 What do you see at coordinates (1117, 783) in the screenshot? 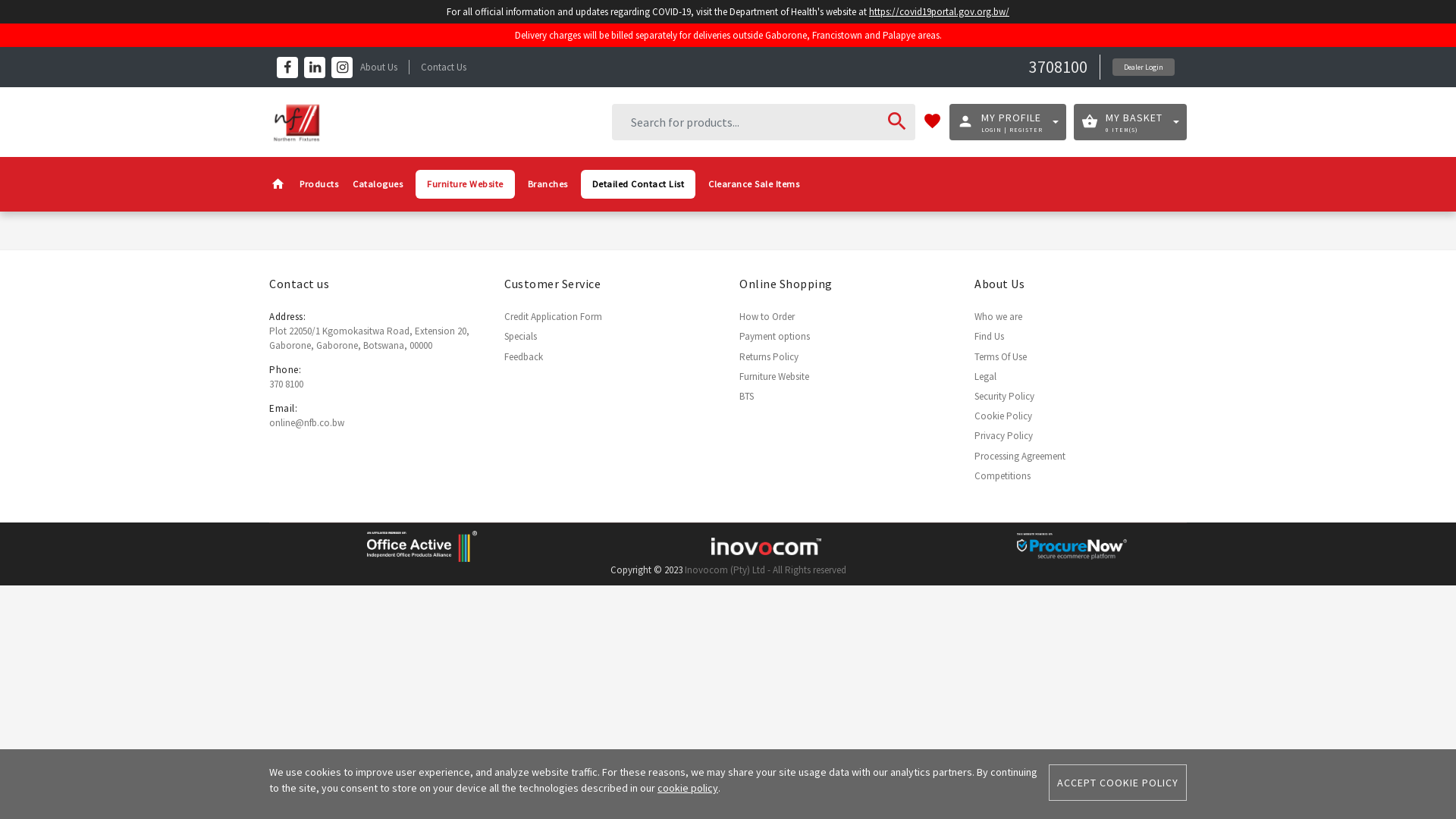
I see `'ACCEPT COOKIE POLICY'` at bounding box center [1117, 783].